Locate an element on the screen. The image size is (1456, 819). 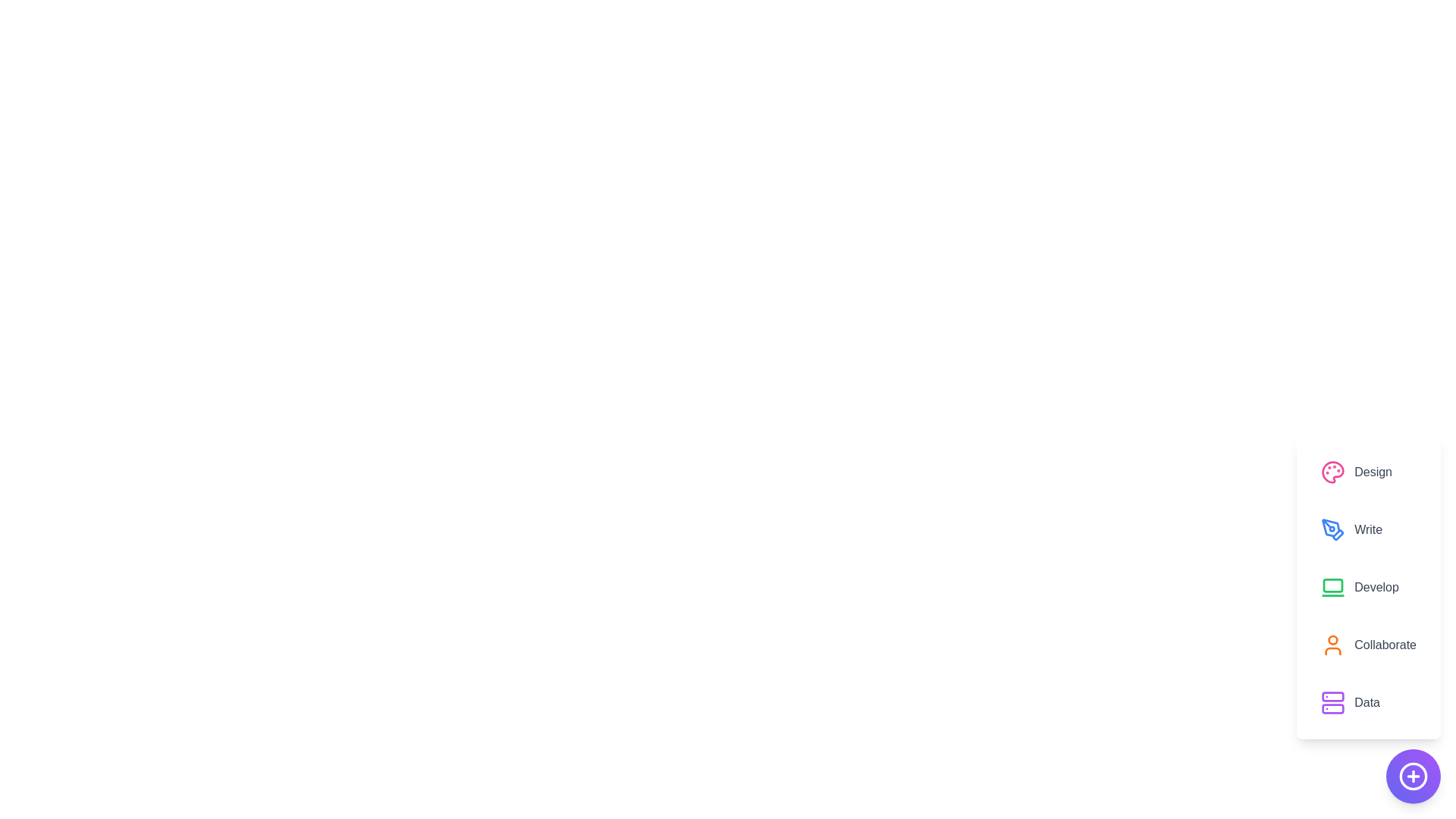
the option labeled Write to preview its effect is located at coordinates (1368, 529).